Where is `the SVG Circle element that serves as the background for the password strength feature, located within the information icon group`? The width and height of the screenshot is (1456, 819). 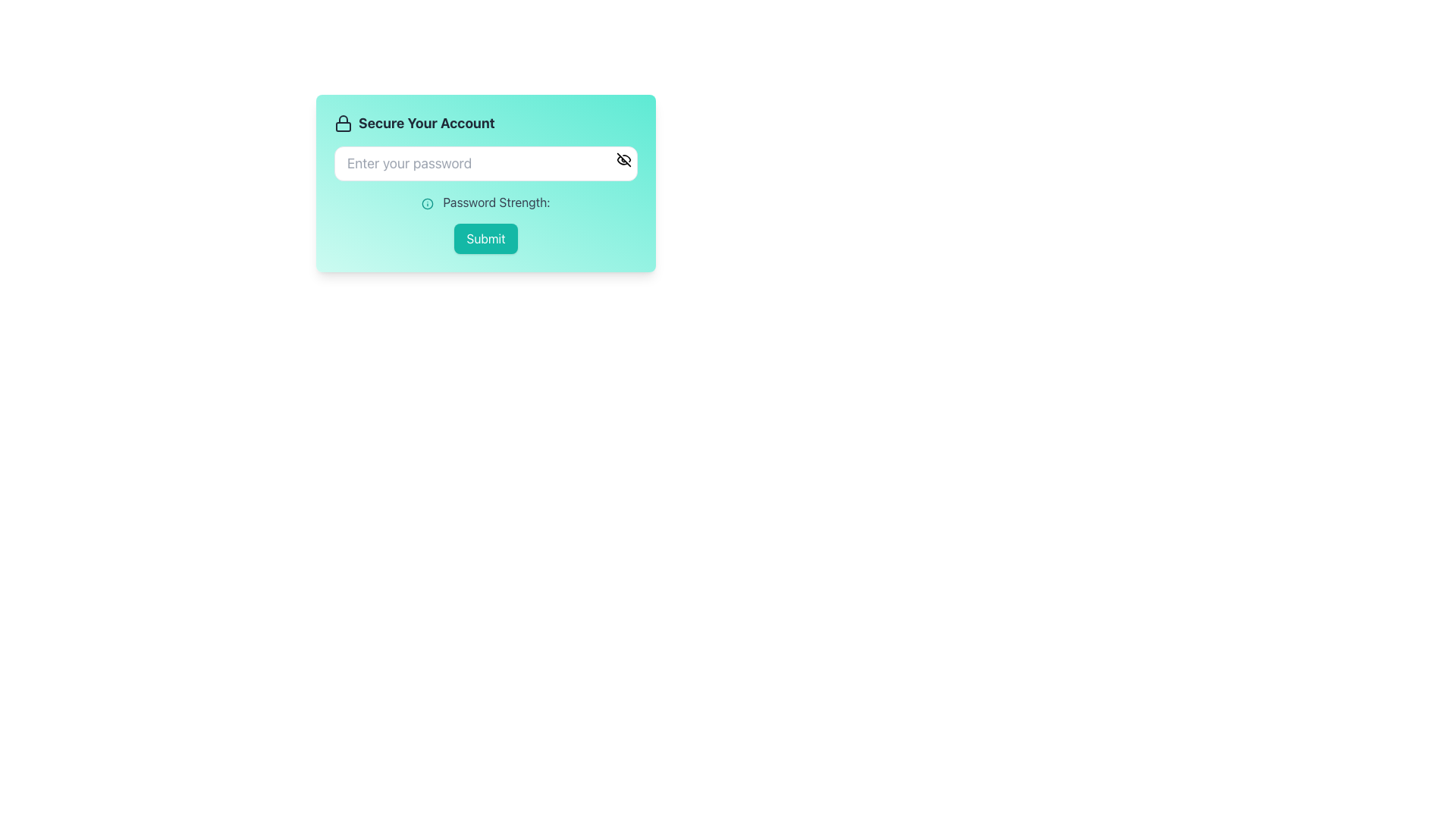
the SVG Circle element that serves as the background for the password strength feature, located within the information icon group is located at coordinates (427, 202).